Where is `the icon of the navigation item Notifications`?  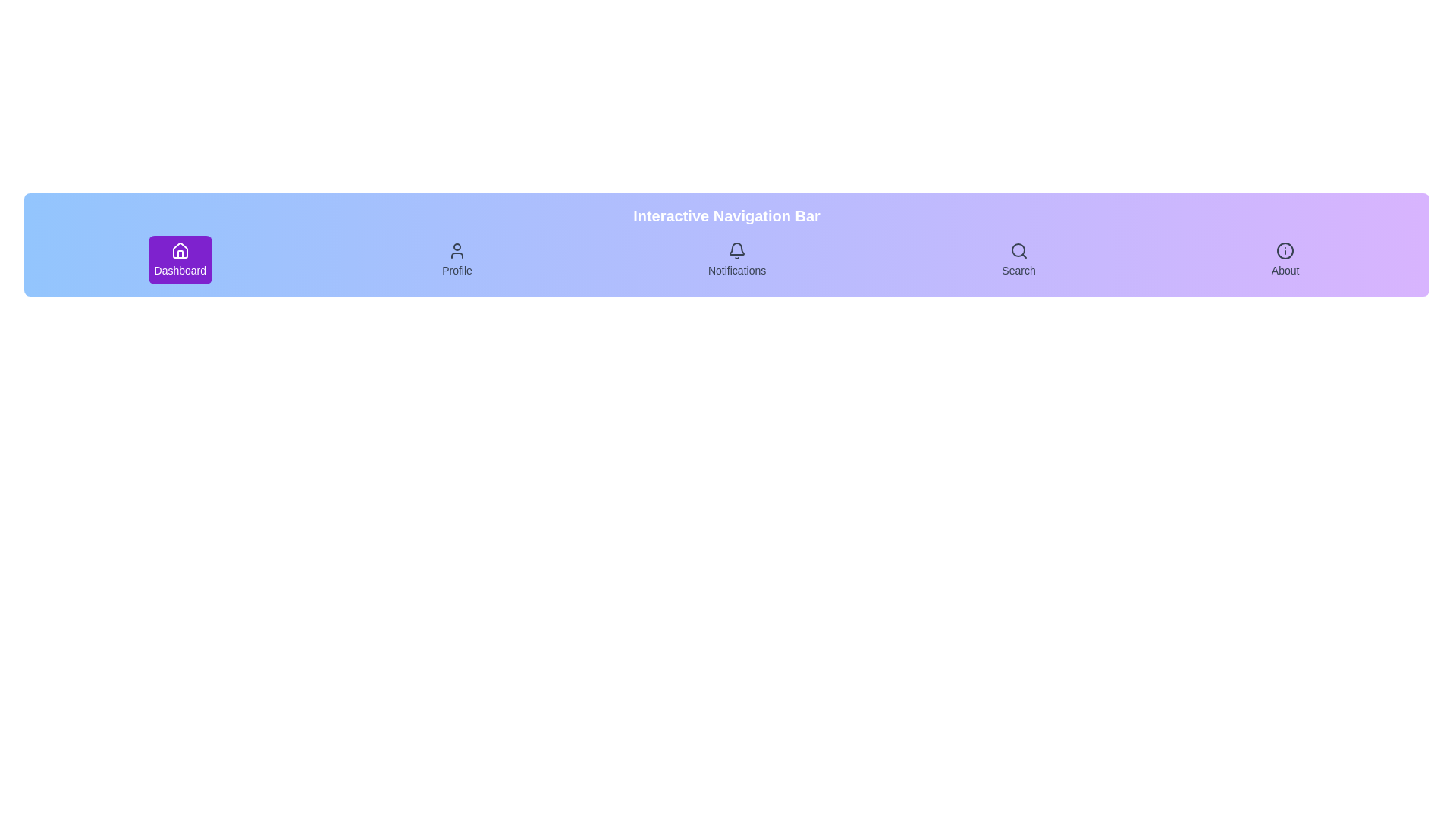
the icon of the navigation item Notifications is located at coordinates (737, 250).